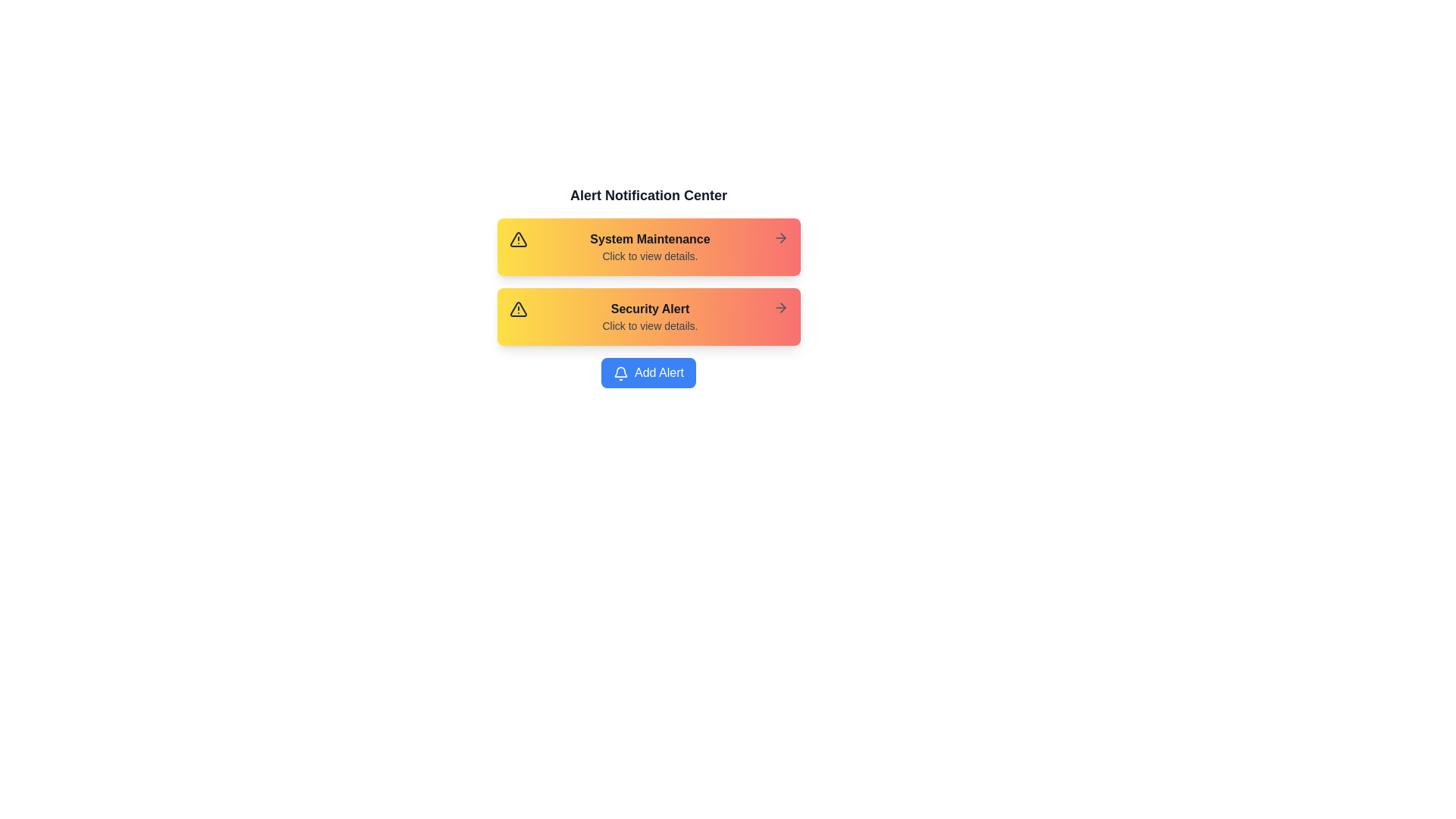 This screenshot has width=1456, height=819. I want to click on the alert icon for Security Alert, so click(518, 309).